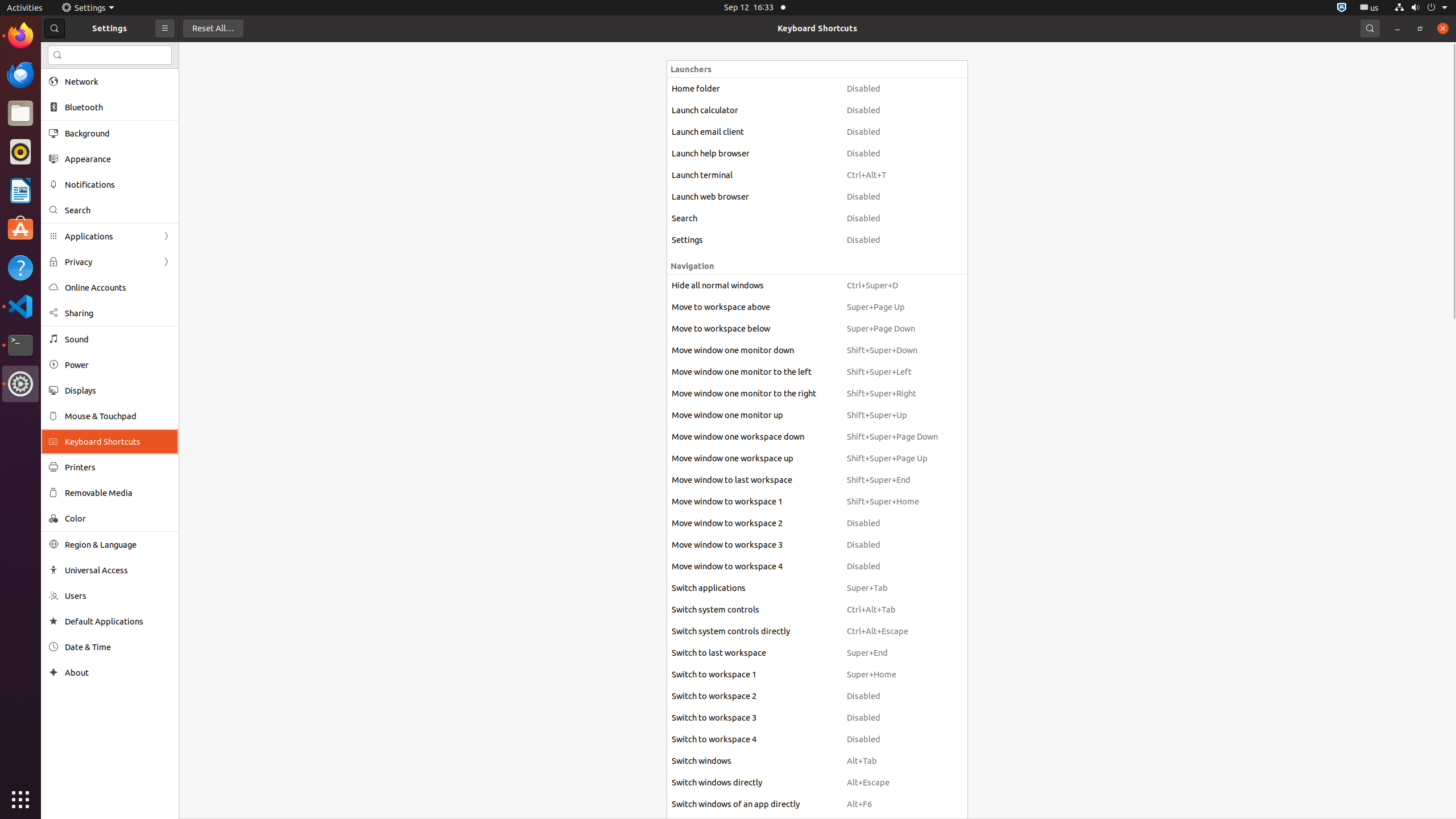  Describe the element at coordinates (754, 630) in the screenshot. I see `'Switch system controls directly'` at that location.